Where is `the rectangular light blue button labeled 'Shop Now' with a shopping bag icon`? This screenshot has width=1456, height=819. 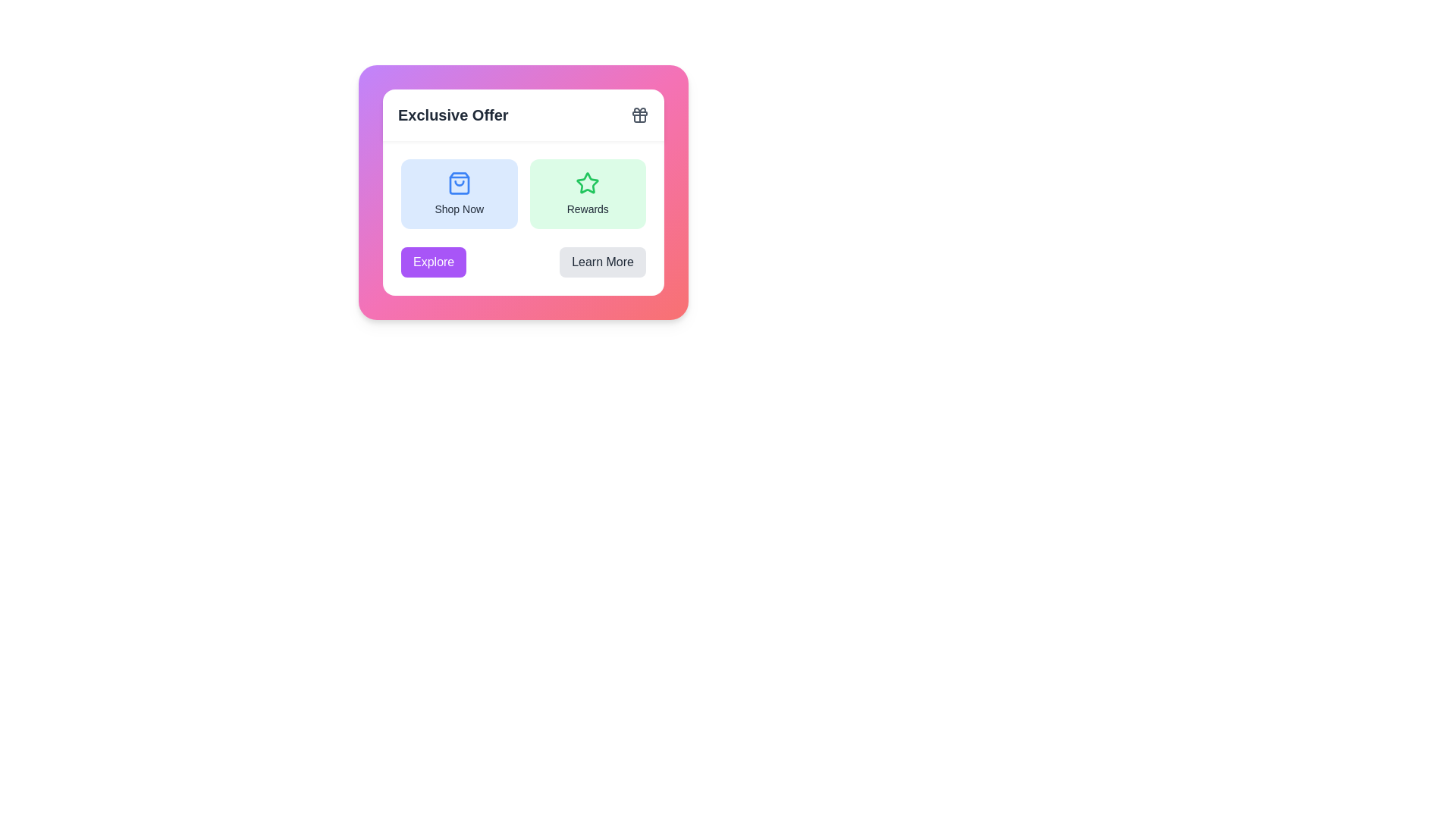 the rectangular light blue button labeled 'Shop Now' with a shopping bag icon is located at coordinates (458, 193).